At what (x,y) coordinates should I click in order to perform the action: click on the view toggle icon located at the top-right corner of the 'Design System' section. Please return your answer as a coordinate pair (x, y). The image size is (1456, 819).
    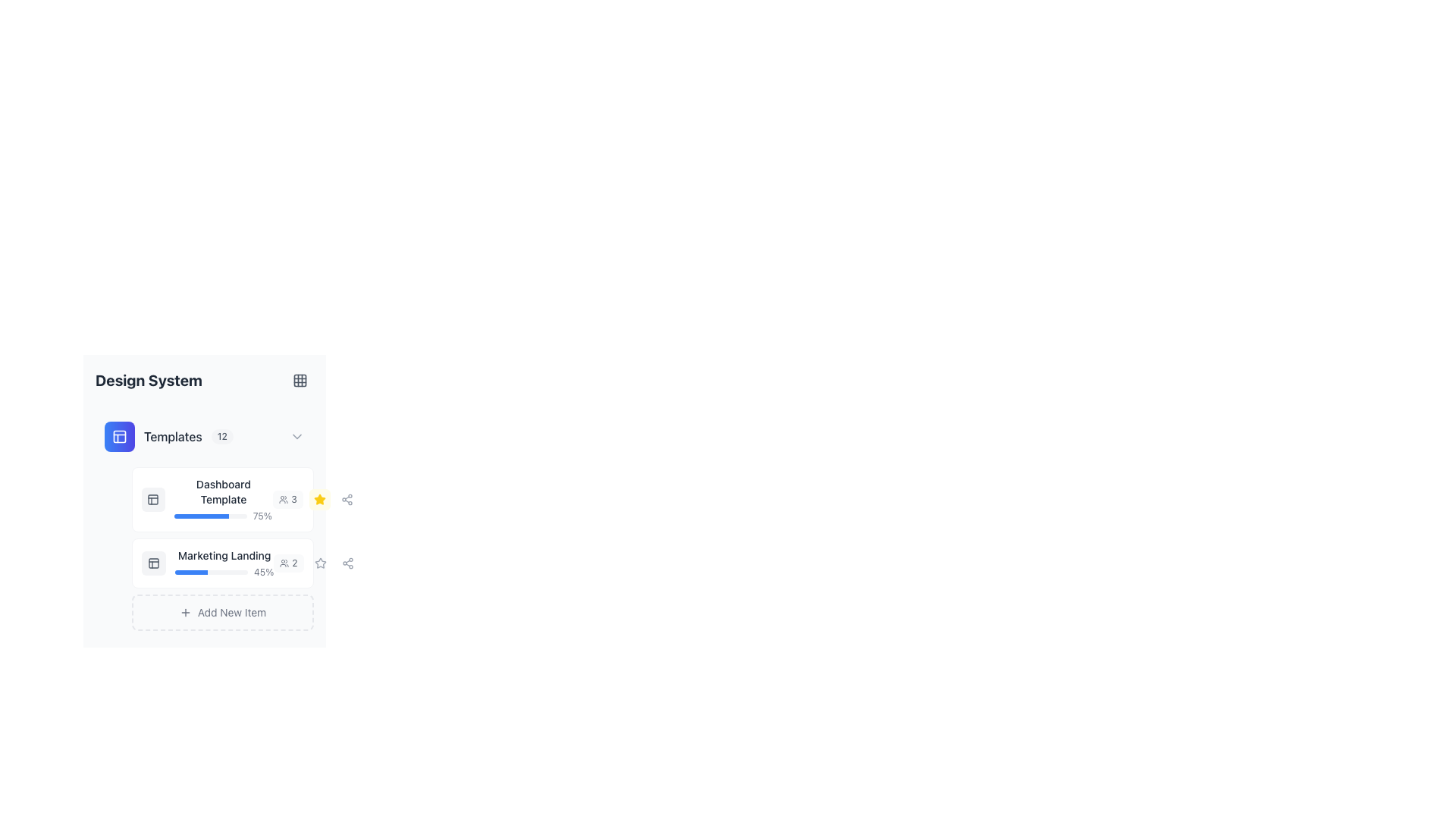
    Looking at the image, I should click on (300, 379).